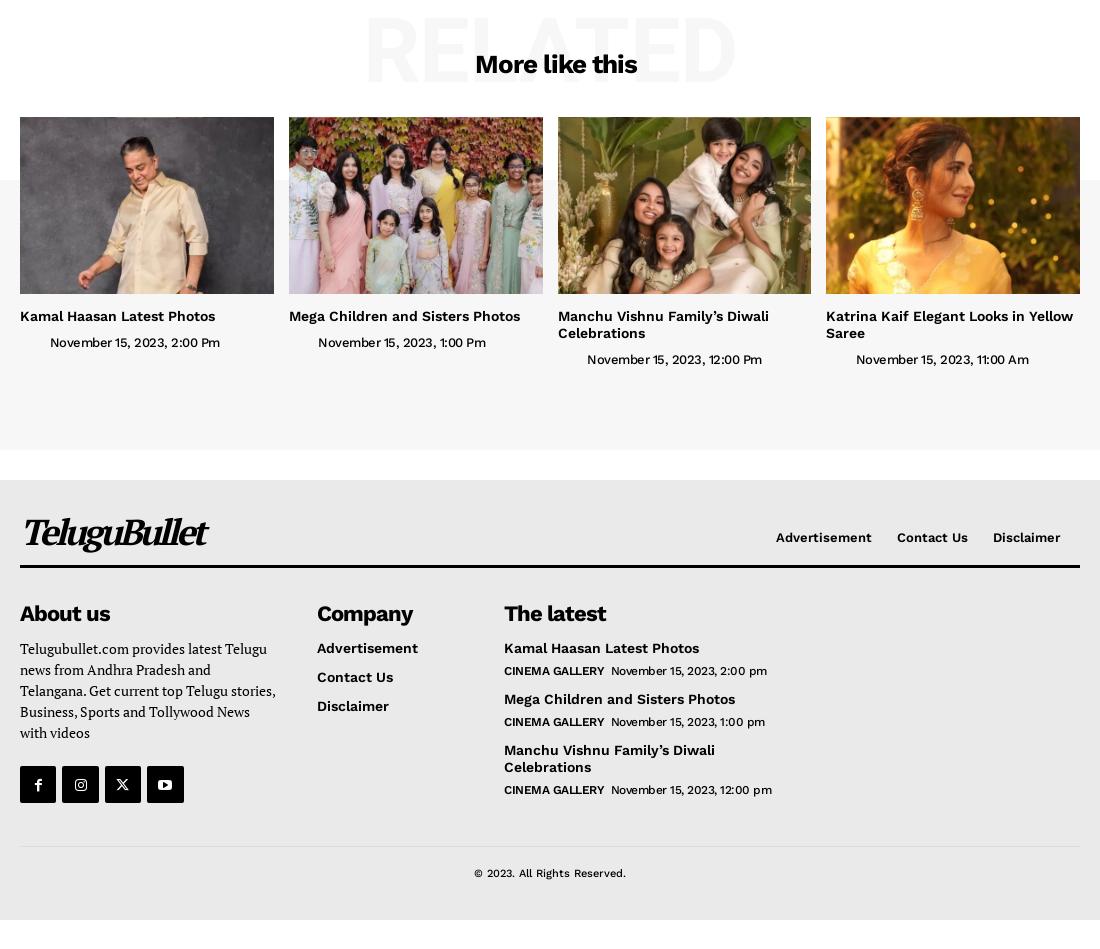 This screenshot has width=1100, height=949. I want to click on 'Company', so click(364, 612).